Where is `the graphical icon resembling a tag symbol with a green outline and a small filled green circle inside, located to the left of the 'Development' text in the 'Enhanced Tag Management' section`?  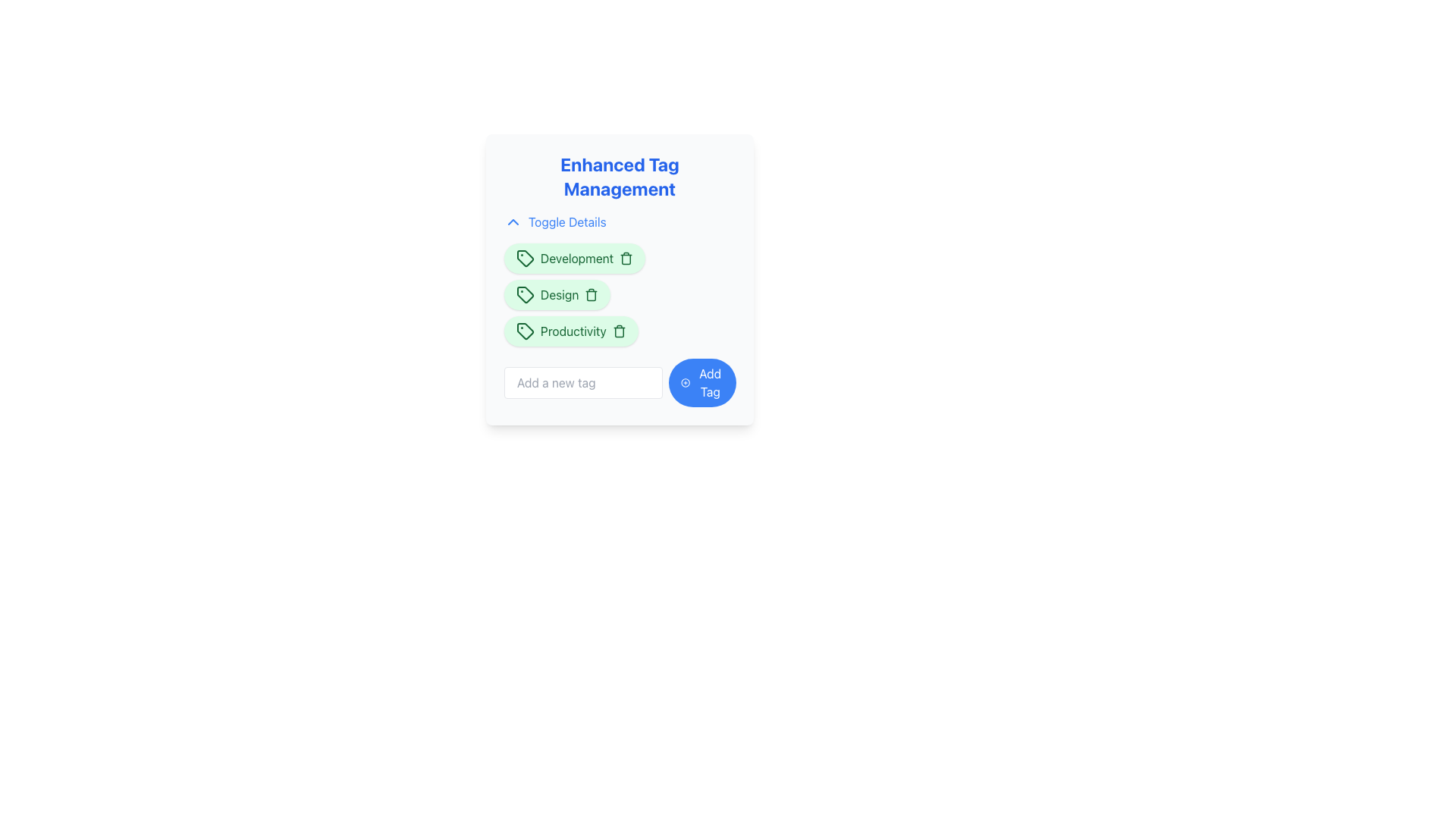 the graphical icon resembling a tag symbol with a green outline and a small filled green circle inside, located to the left of the 'Development' text in the 'Enhanced Tag Management' section is located at coordinates (525, 257).